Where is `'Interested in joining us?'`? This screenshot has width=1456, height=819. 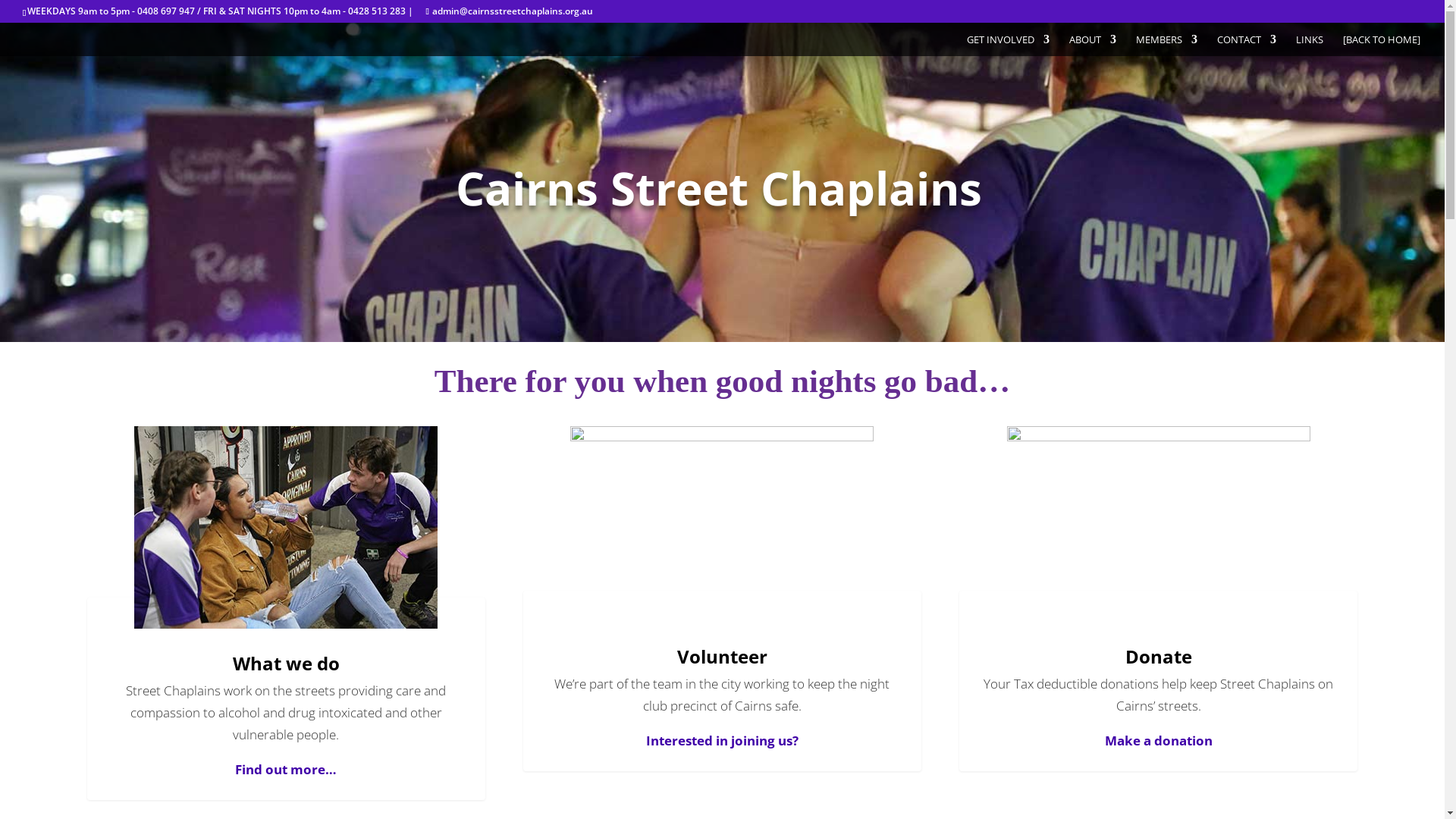 'Interested in joining us?' is located at coordinates (721, 739).